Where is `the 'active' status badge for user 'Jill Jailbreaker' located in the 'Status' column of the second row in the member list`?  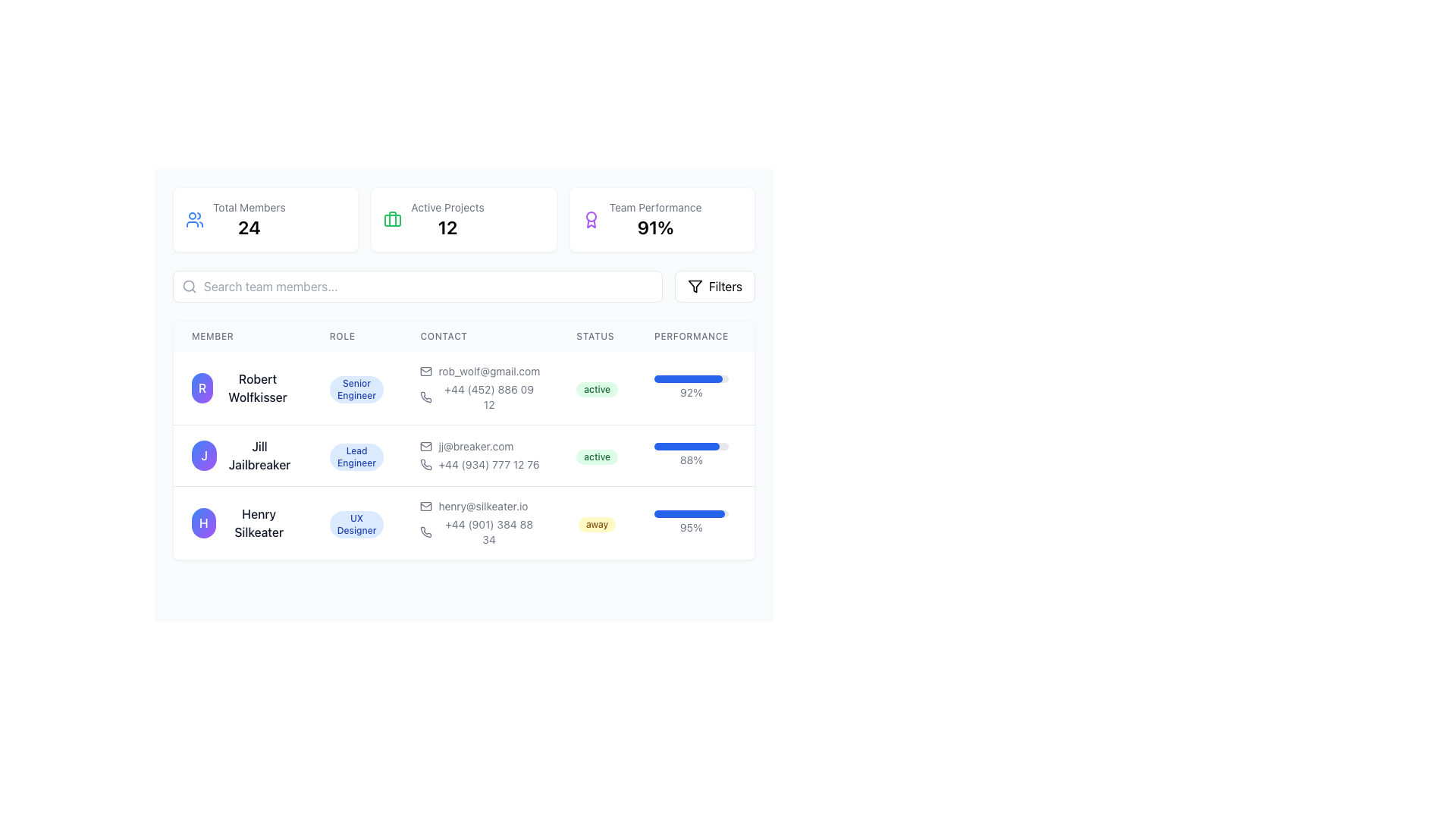
the 'active' status badge for user 'Jill Jailbreaker' located in the 'Status' column of the second row in the member list is located at coordinates (596, 456).